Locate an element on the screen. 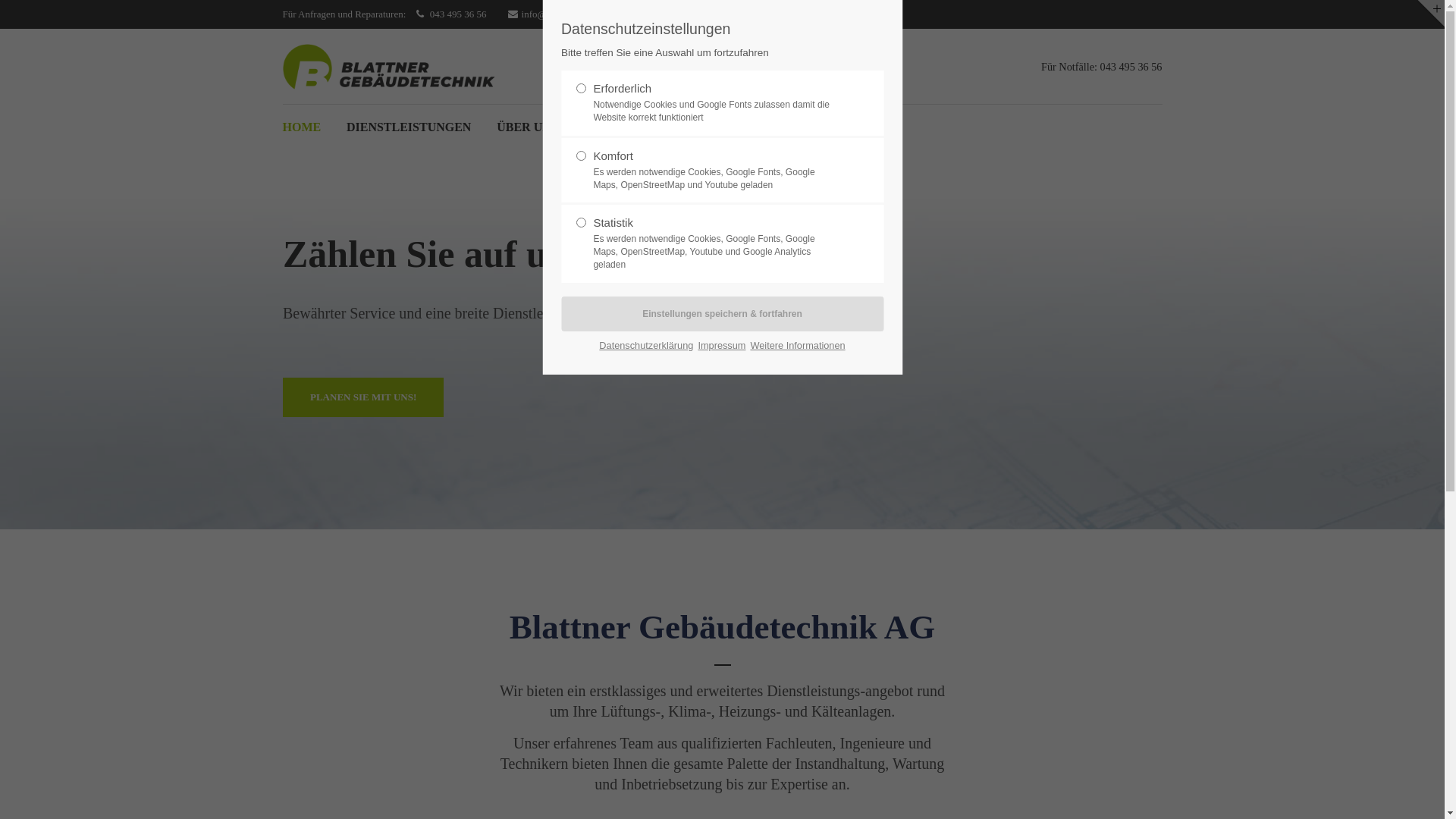 The width and height of the screenshot is (1456, 819). 'HOME' is located at coordinates (301, 127).